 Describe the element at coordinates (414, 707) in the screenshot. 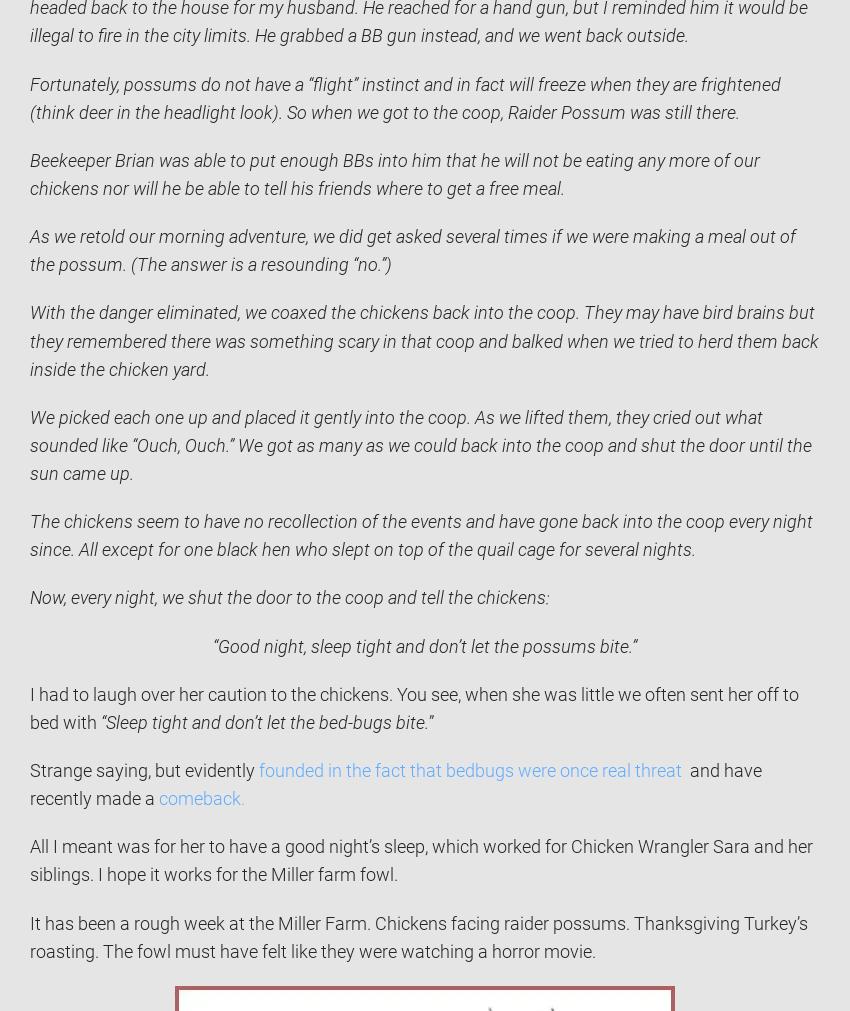

I see `'I had to laugh over her caution to the chickens. You see, when she was little we often sent her off to bed with'` at that location.